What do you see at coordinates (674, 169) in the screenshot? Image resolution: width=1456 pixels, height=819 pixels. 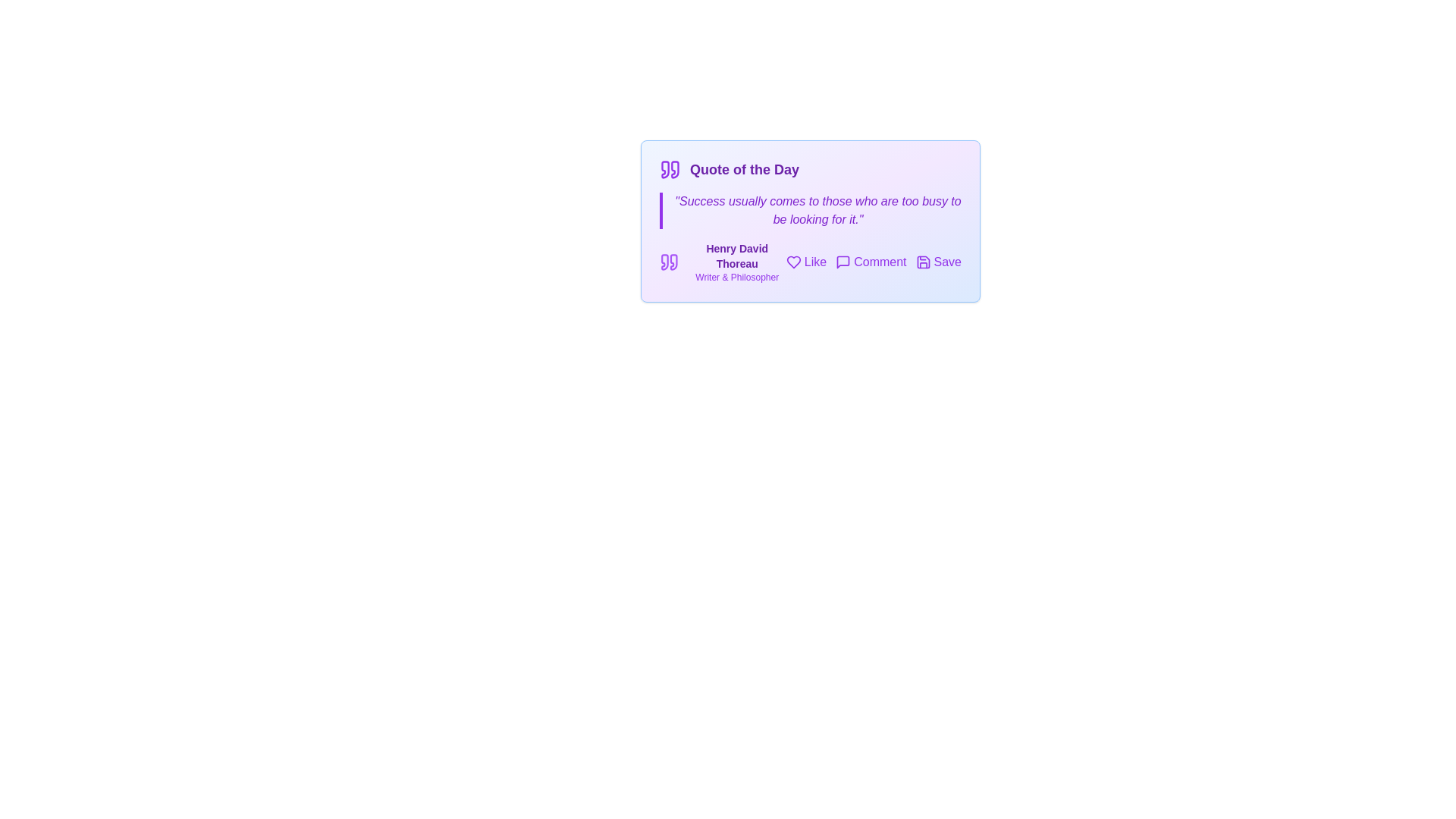 I see `the right quotation mark icon in the 'Quote of the Day' box, which is styled with a bold purple outline` at bounding box center [674, 169].